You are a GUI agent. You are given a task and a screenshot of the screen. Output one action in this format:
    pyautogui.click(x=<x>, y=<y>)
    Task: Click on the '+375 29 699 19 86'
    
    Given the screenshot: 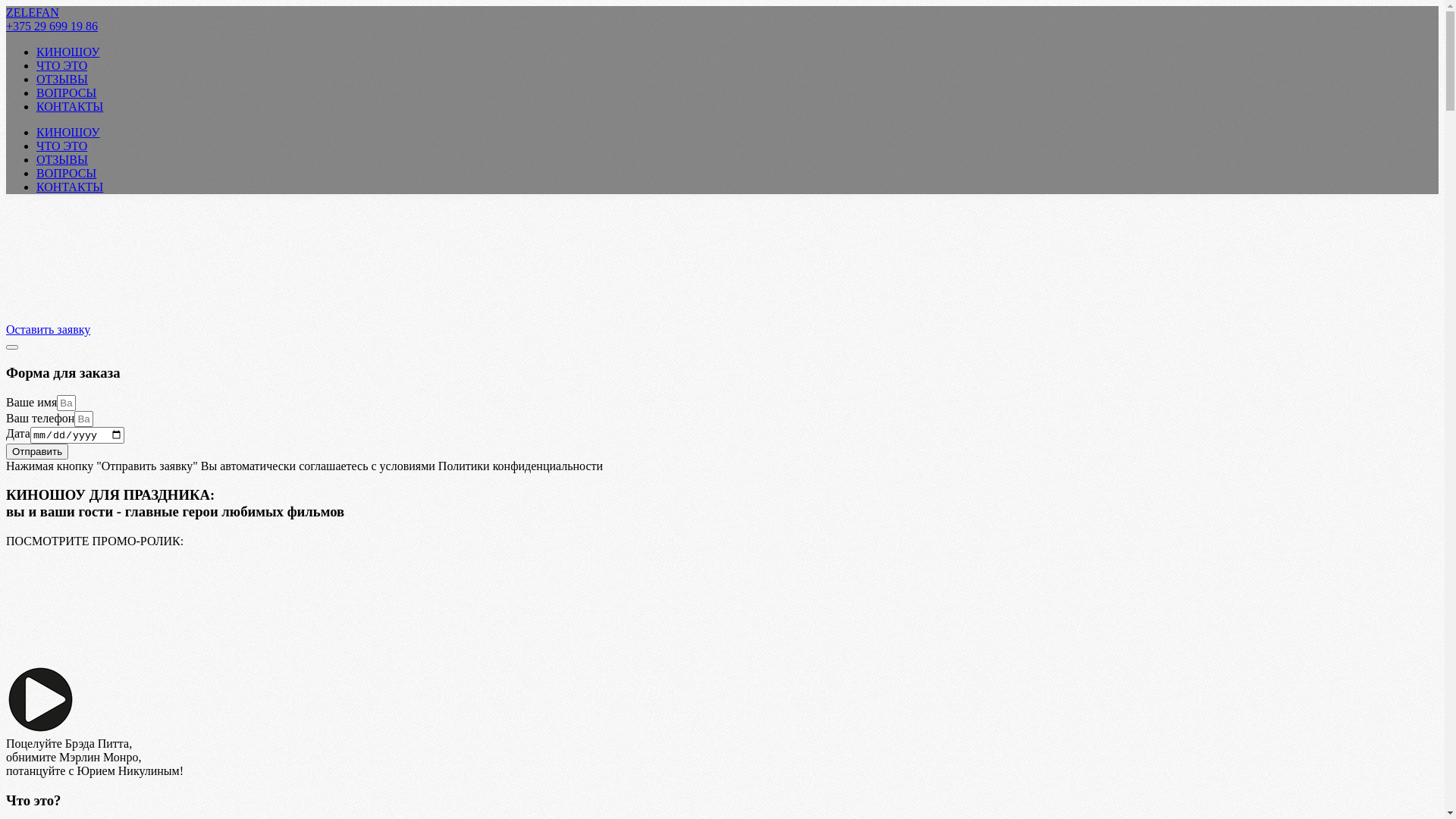 What is the action you would take?
    pyautogui.click(x=6, y=26)
    